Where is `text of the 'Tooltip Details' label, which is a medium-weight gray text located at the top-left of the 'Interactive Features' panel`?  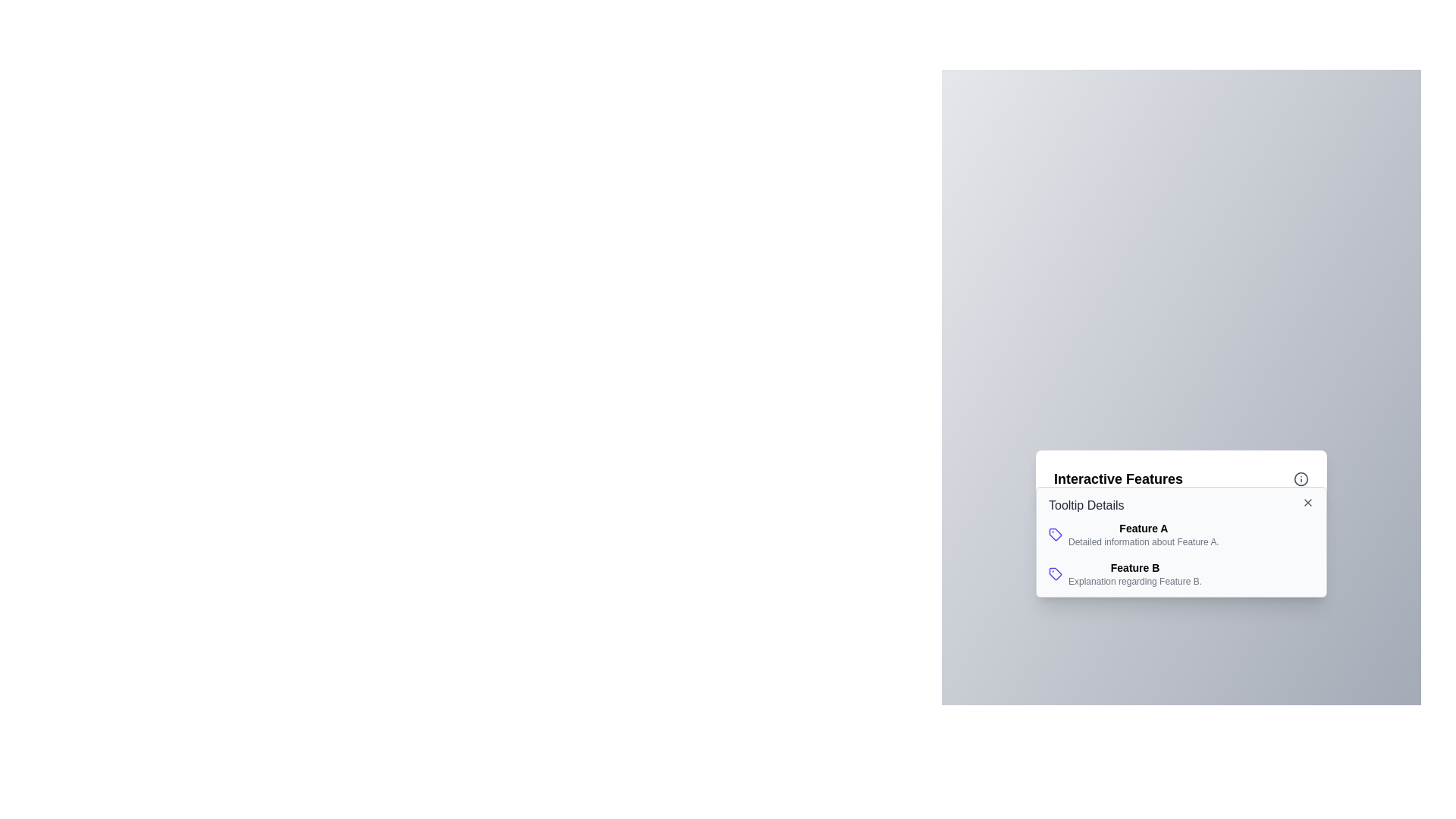
text of the 'Tooltip Details' label, which is a medium-weight gray text located at the top-left of the 'Interactive Features' panel is located at coordinates (1085, 506).